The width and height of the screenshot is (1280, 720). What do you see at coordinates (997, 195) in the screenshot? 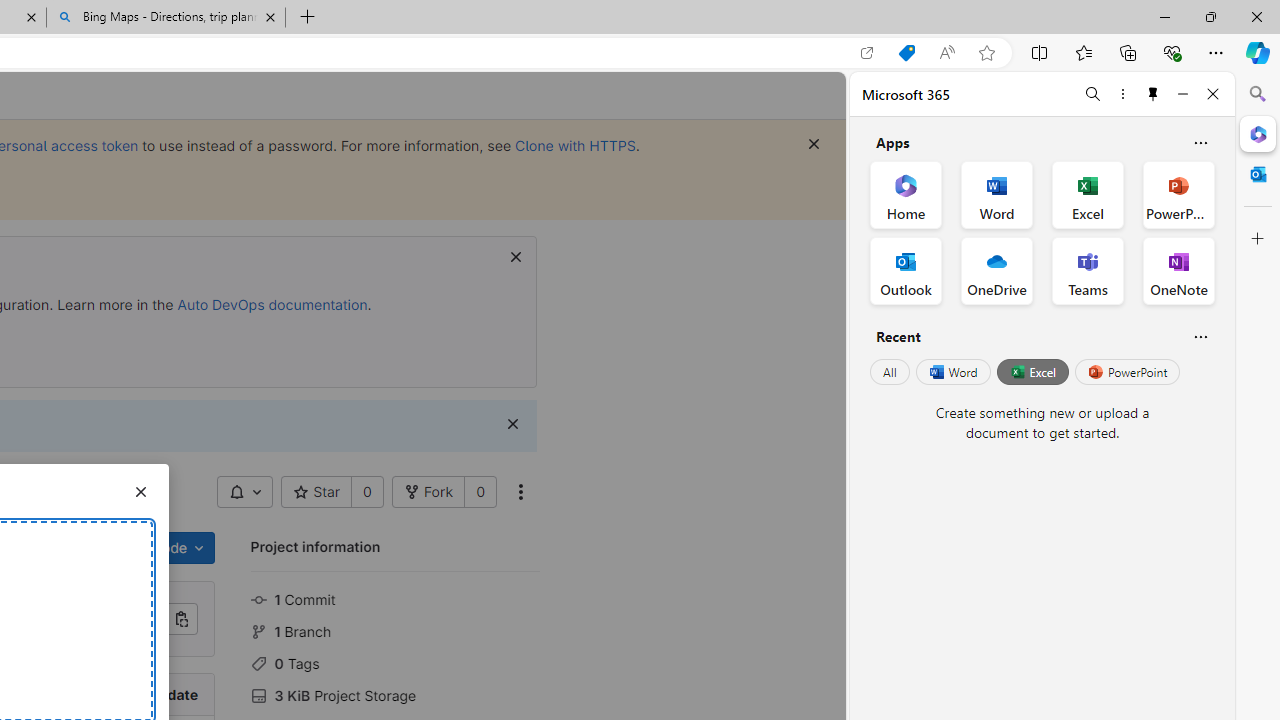
I see `'Word Office App'` at bounding box center [997, 195].